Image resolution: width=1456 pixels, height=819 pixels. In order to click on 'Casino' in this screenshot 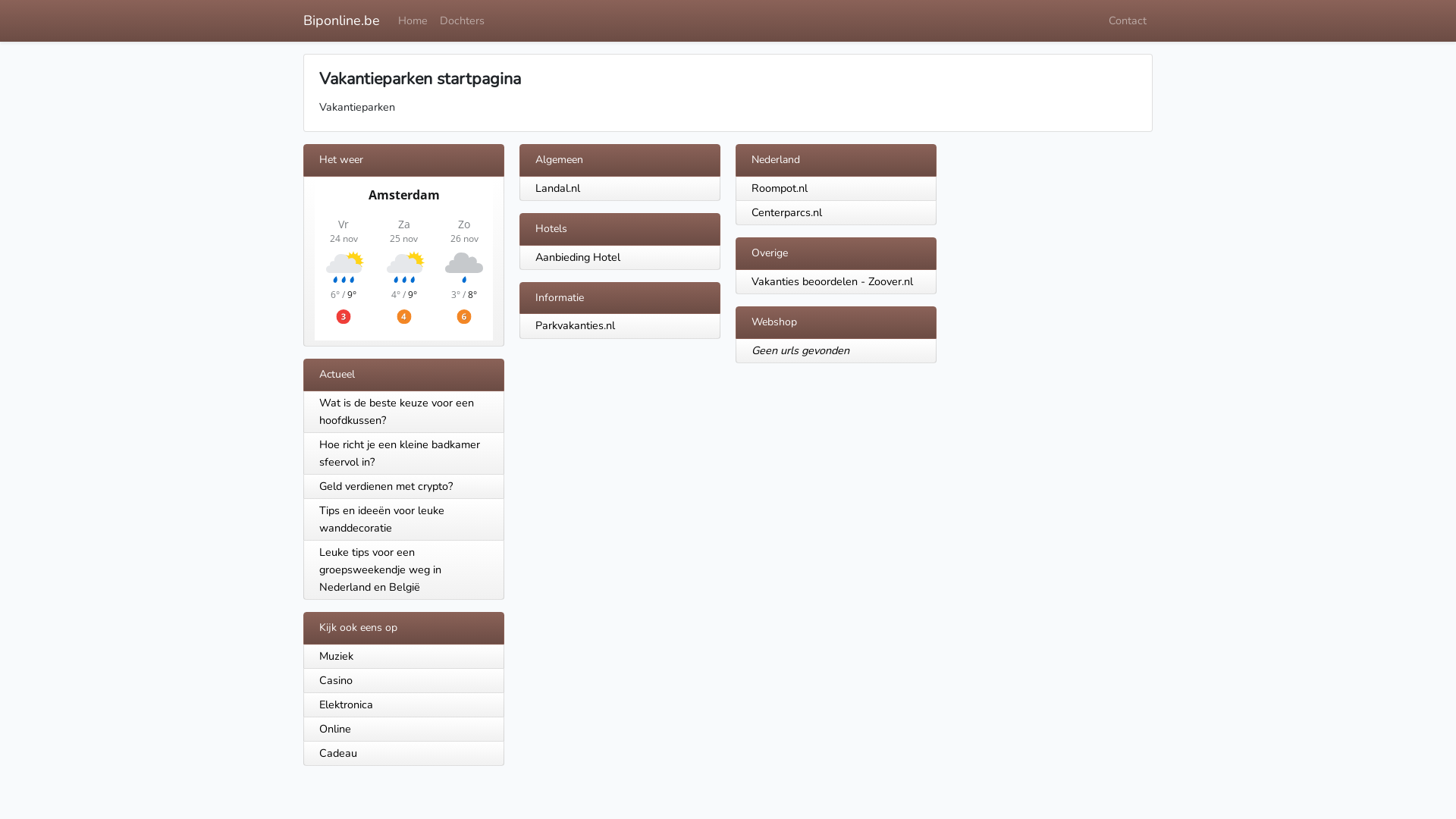, I will do `click(403, 680)`.